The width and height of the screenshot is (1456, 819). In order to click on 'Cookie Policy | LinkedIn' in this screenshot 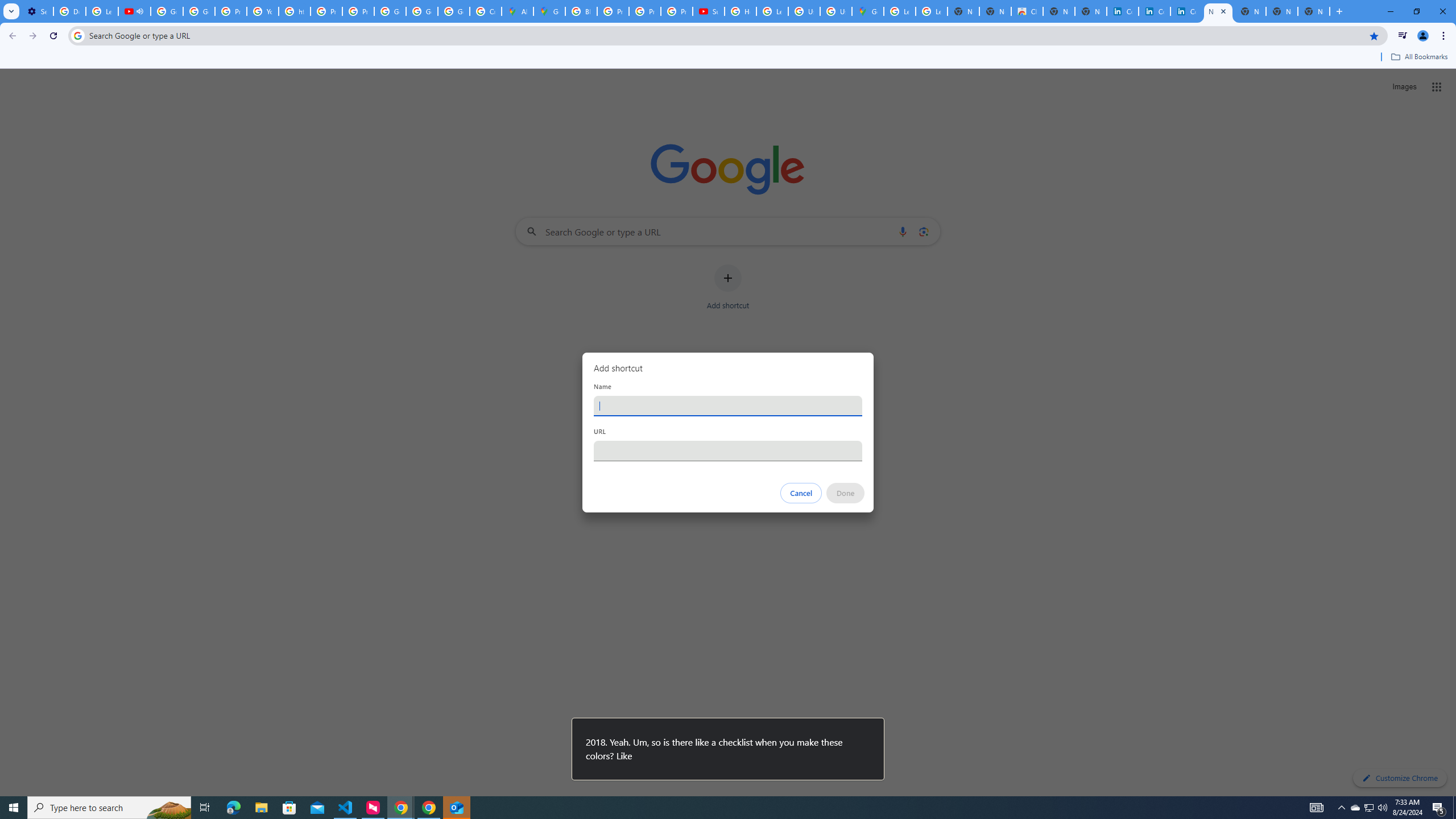, I will do `click(1123, 11)`.